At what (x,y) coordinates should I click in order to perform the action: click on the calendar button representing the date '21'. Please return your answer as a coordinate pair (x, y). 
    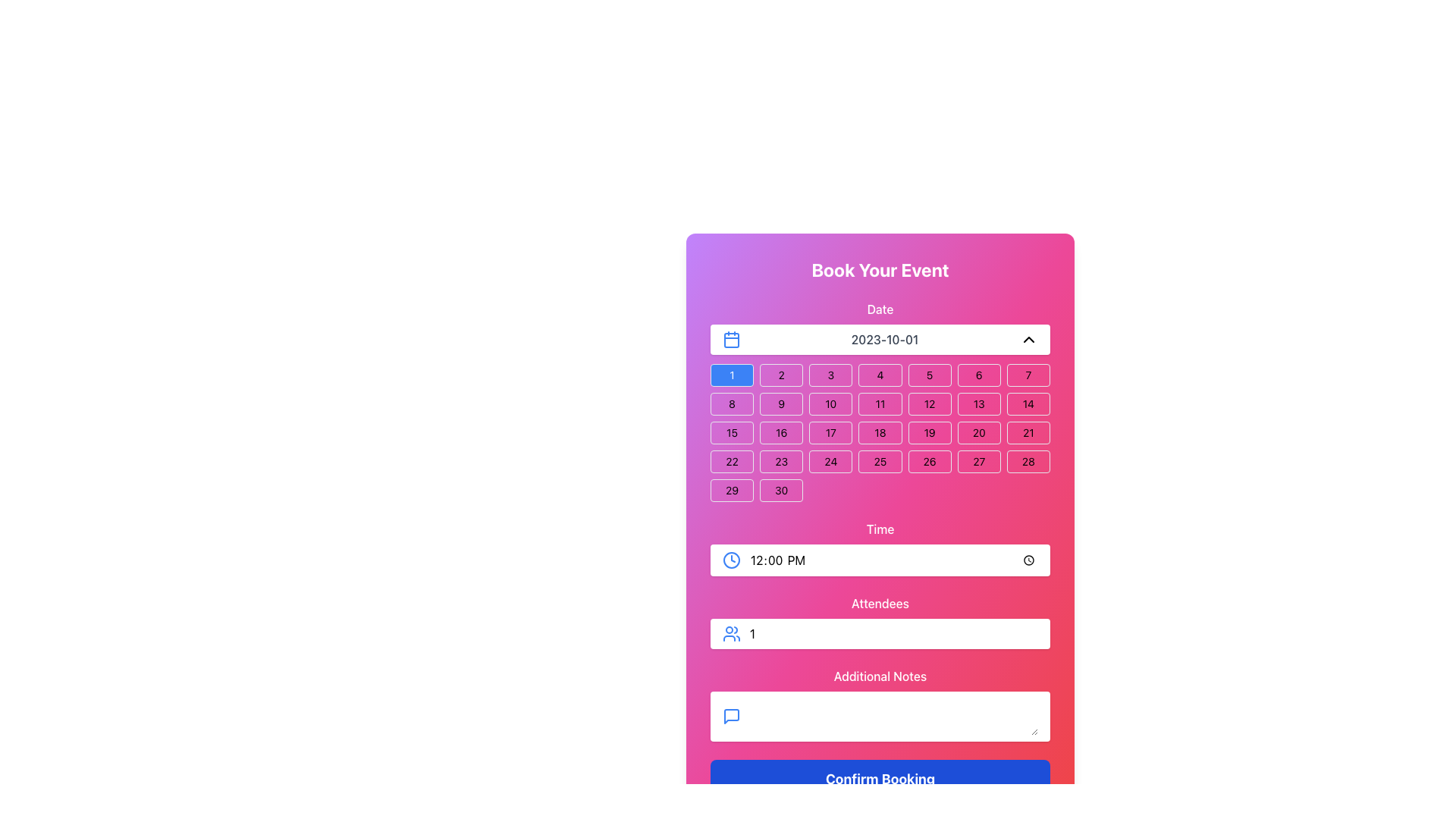
    Looking at the image, I should click on (1028, 432).